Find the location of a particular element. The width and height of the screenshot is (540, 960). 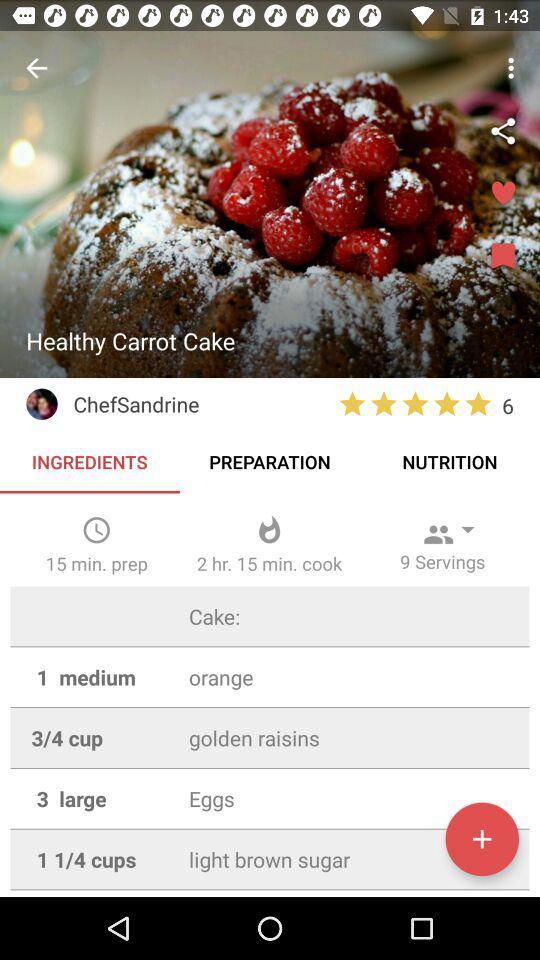

the bookmark icon is located at coordinates (502, 256).